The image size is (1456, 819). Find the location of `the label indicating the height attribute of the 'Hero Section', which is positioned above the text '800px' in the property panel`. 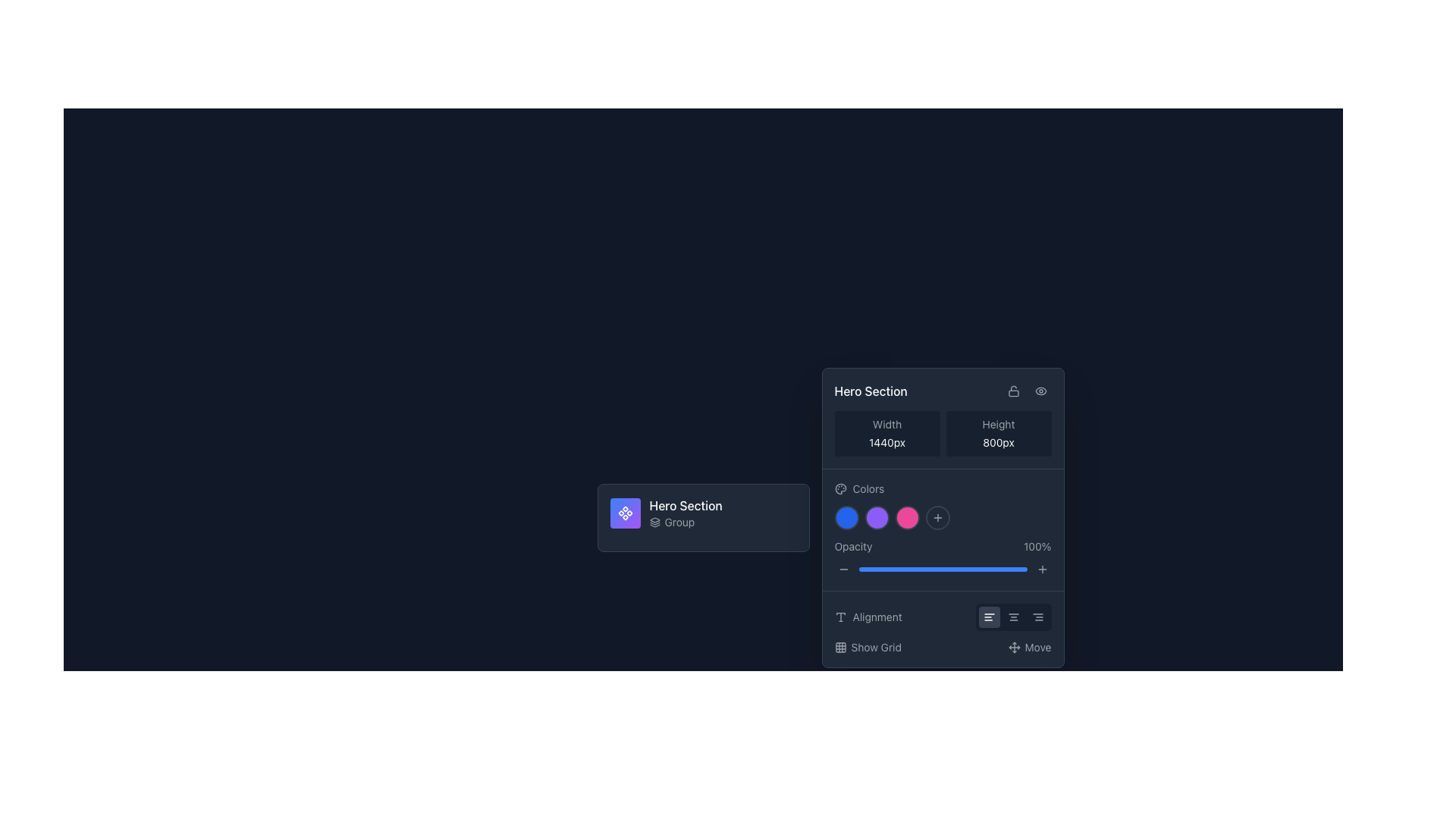

the label indicating the height attribute of the 'Hero Section', which is positioned above the text '800px' in the property panel is located at coordinates (998, 424).